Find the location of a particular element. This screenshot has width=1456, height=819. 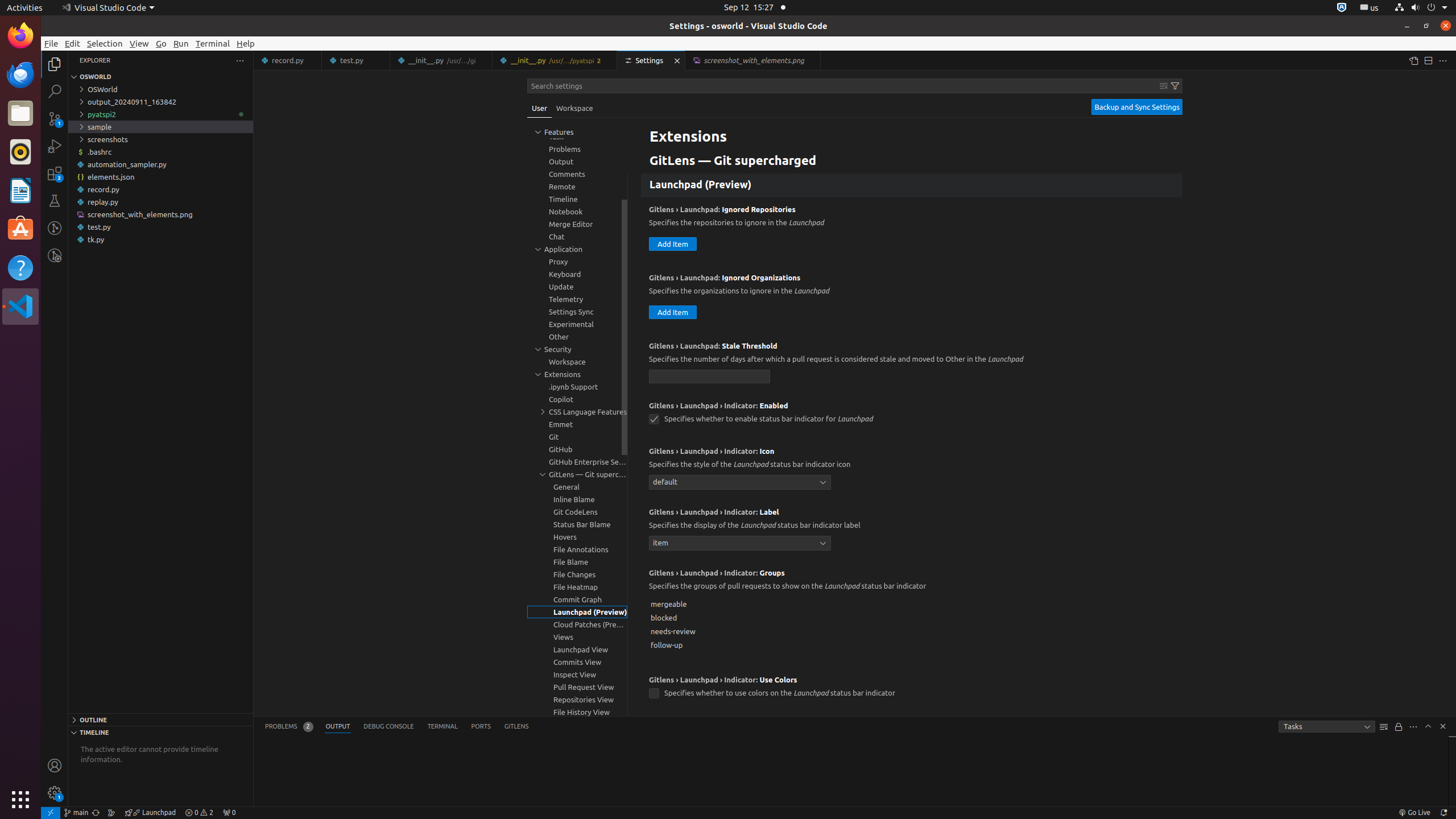

'replay.py' is located at coordinates (160, 201).